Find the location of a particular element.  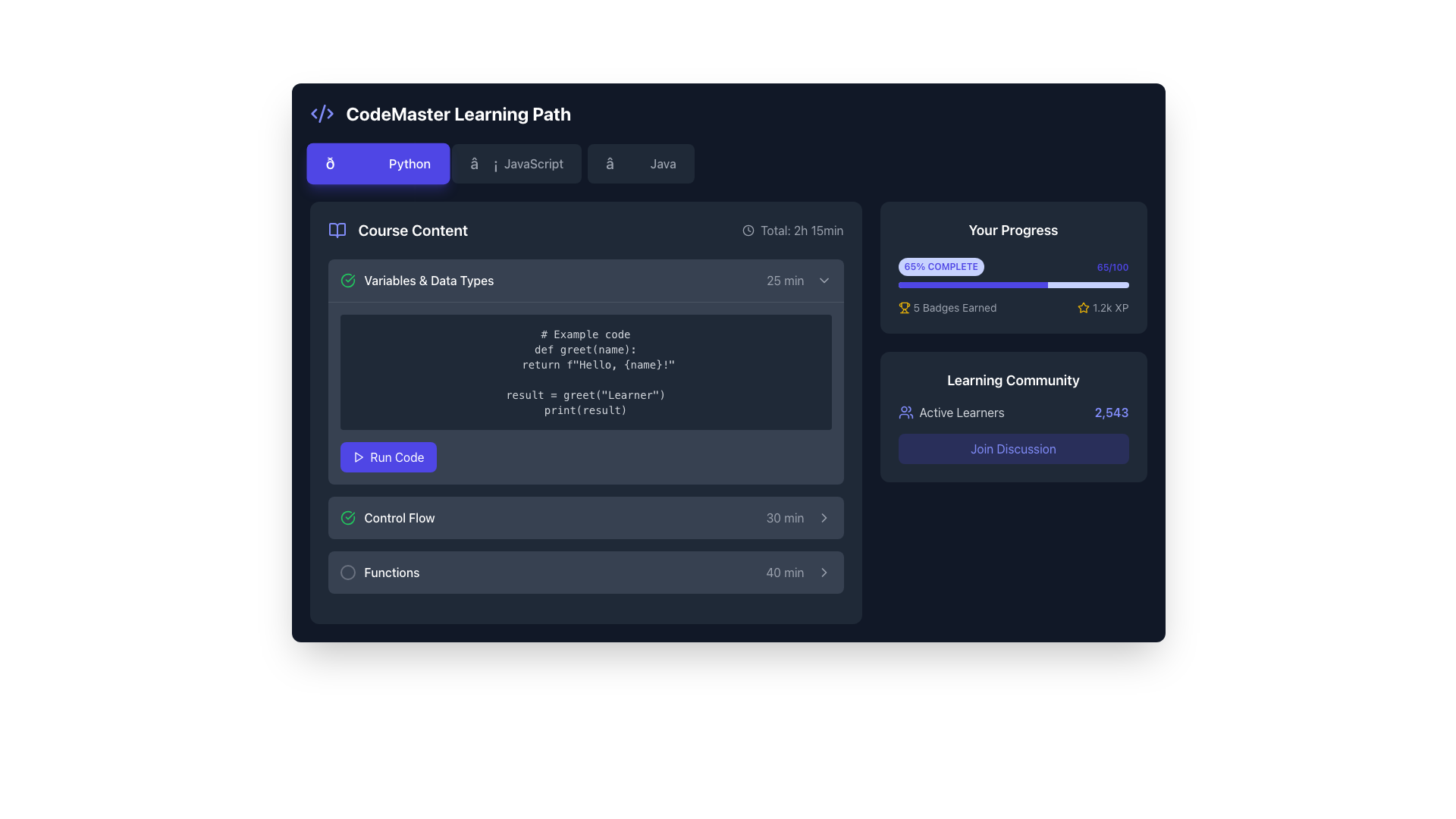

the 'Java' tab button, which displays the text 'Java' in a medium-weight font and is part of the horizontal menu at the top of the interface is located at coordinates (663, 164).